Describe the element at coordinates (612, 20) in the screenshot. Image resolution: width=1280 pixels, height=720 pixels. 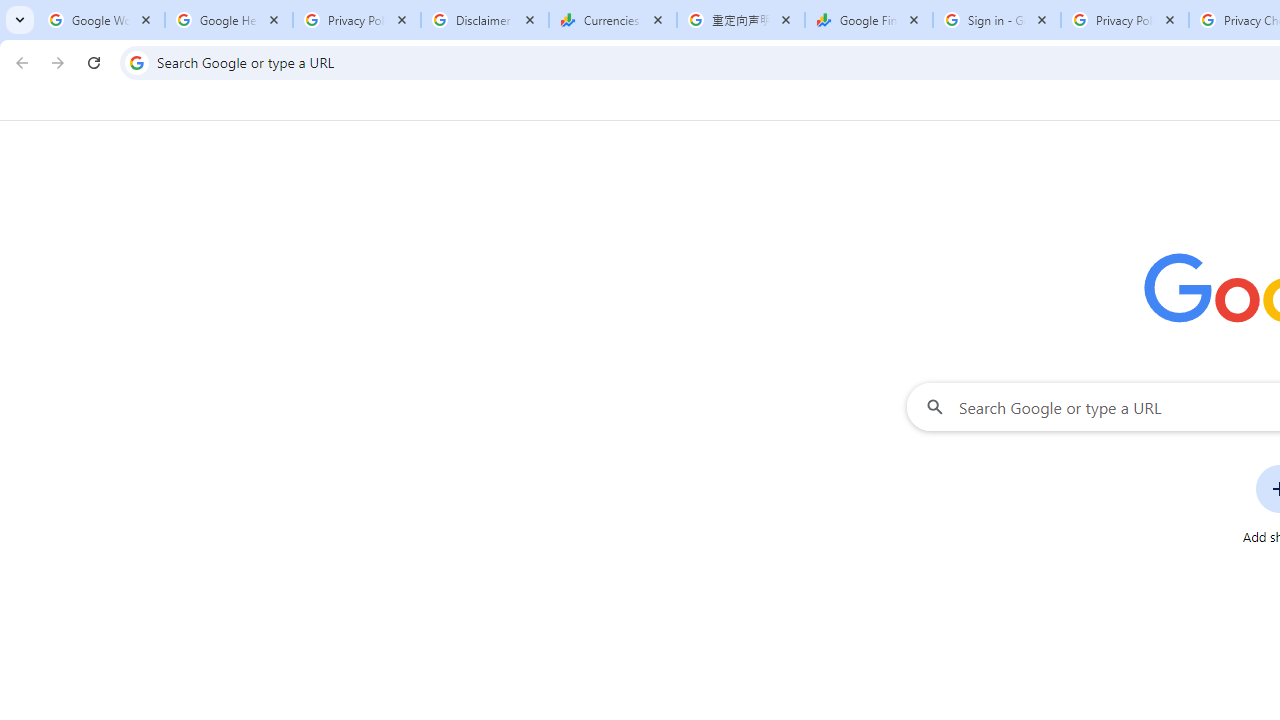
I see `'Currencies - Google Finance'` at that location.